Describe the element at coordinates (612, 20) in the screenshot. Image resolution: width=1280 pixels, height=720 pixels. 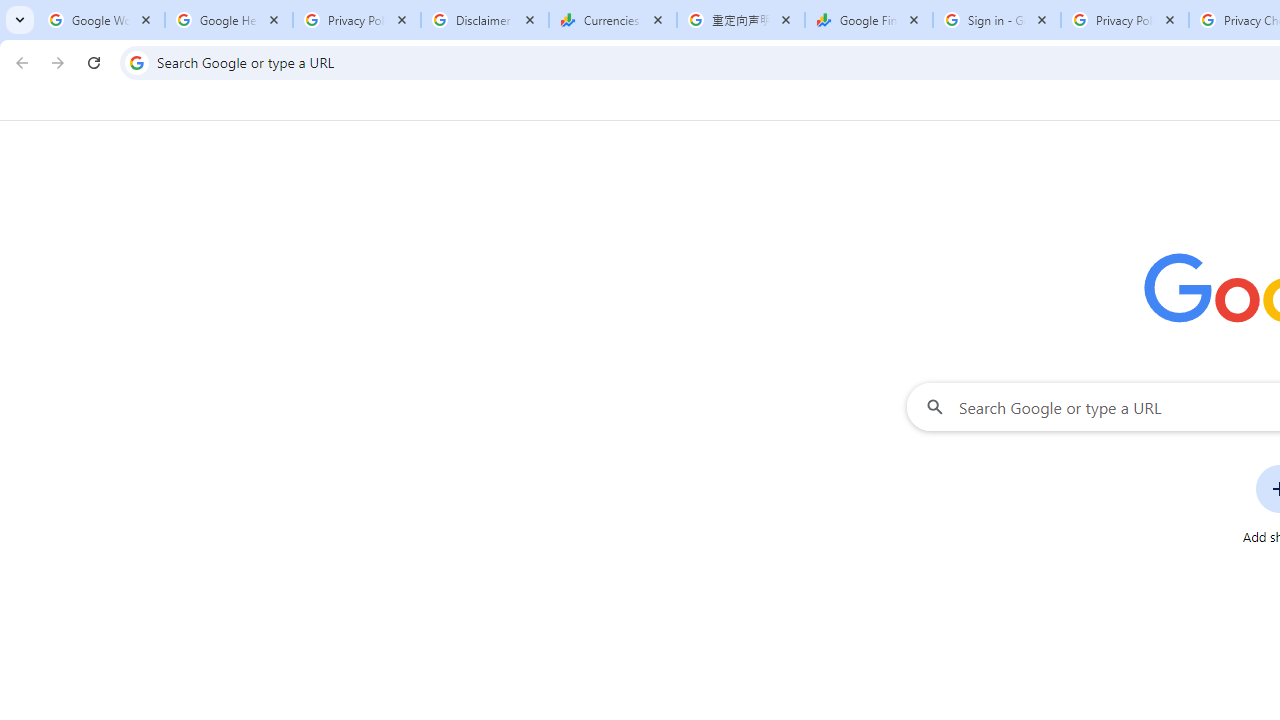
I see `'Currencies - Google Finance'` at that location.